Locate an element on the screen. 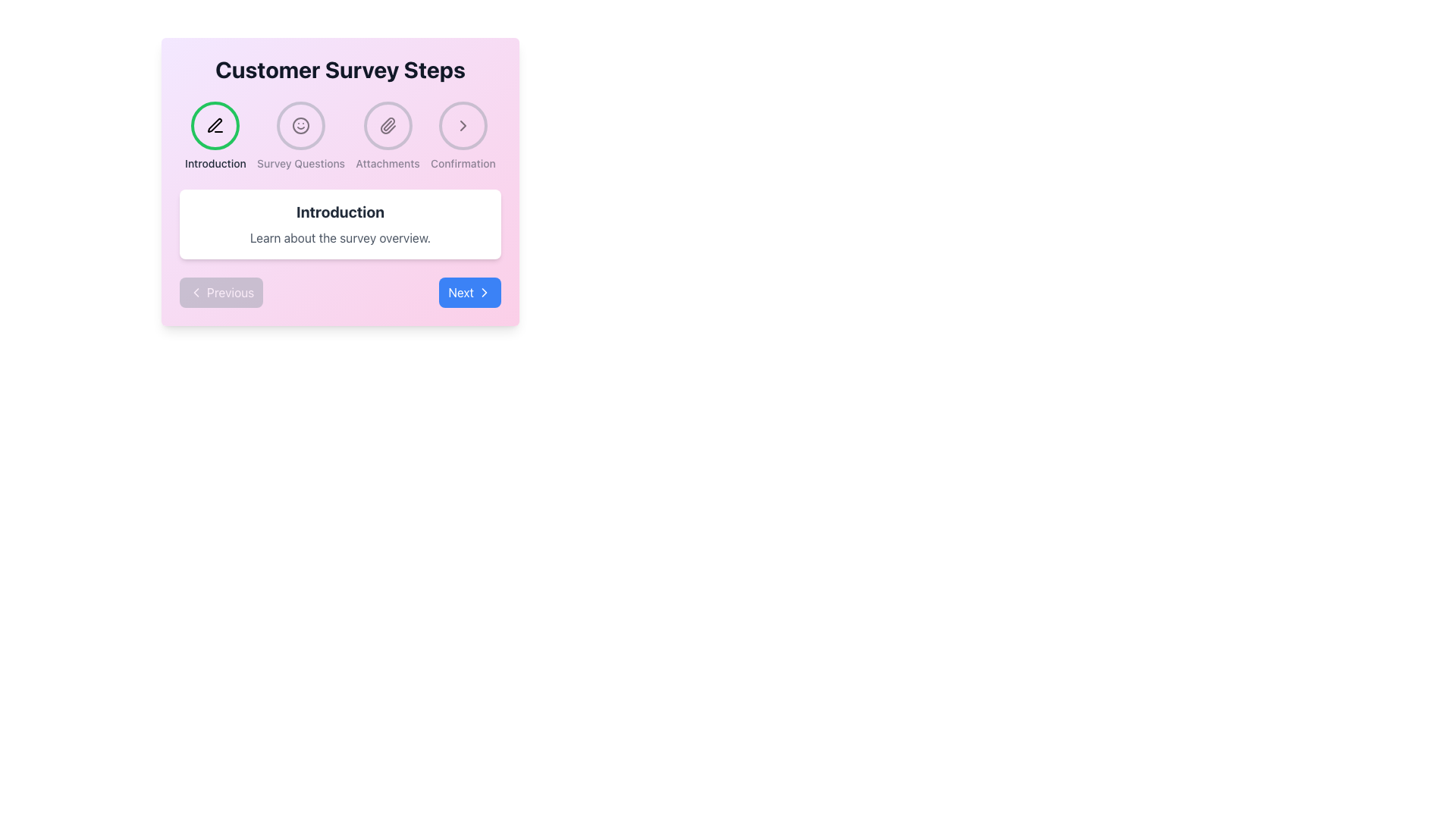 The height and width of the screenshot is (819, 1456). the 'Attachments' text label, which is styled in a small font size and medium weight, located at the bottom of the circular icon group labeled 'Attachments' is located at coordinates (388, 164).